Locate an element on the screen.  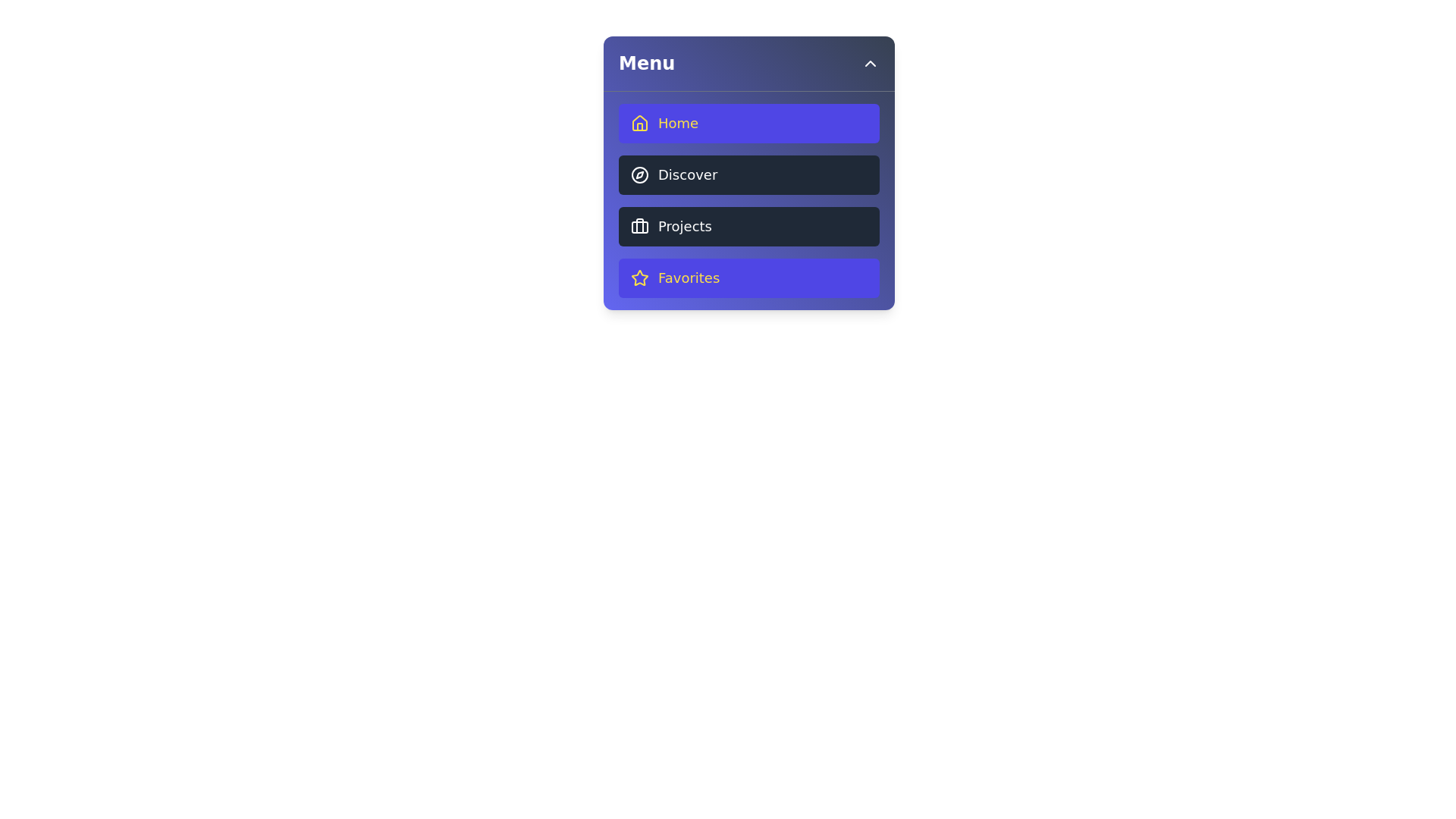
the menu item Home to observe its hover effect is located at coordinates (749, 122).